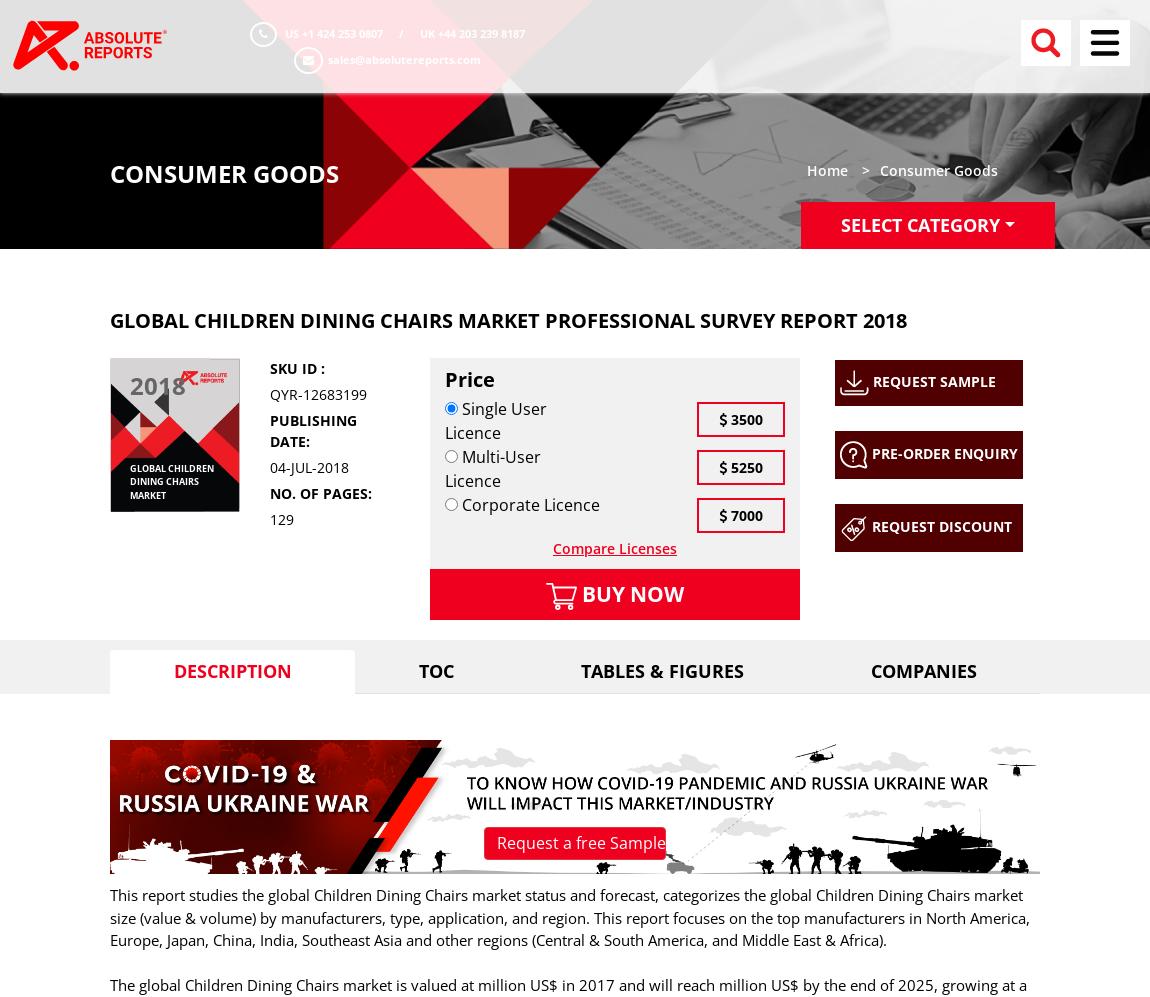  What do you see at coordinates (570, 917) in the screenshot?
I see `'This report studies the global Children Dining Chairs market status and forecast, categorizes the global Children Dining Chairs market size (value & volume) by manufacturers, type, application, and region. This report focuses on the top manufacturers in North America, Europe, Japan, China, India, Southeast Asia and other regions (Central & South America, and Middle East & Africa).'` at bounding box center [570, 917].